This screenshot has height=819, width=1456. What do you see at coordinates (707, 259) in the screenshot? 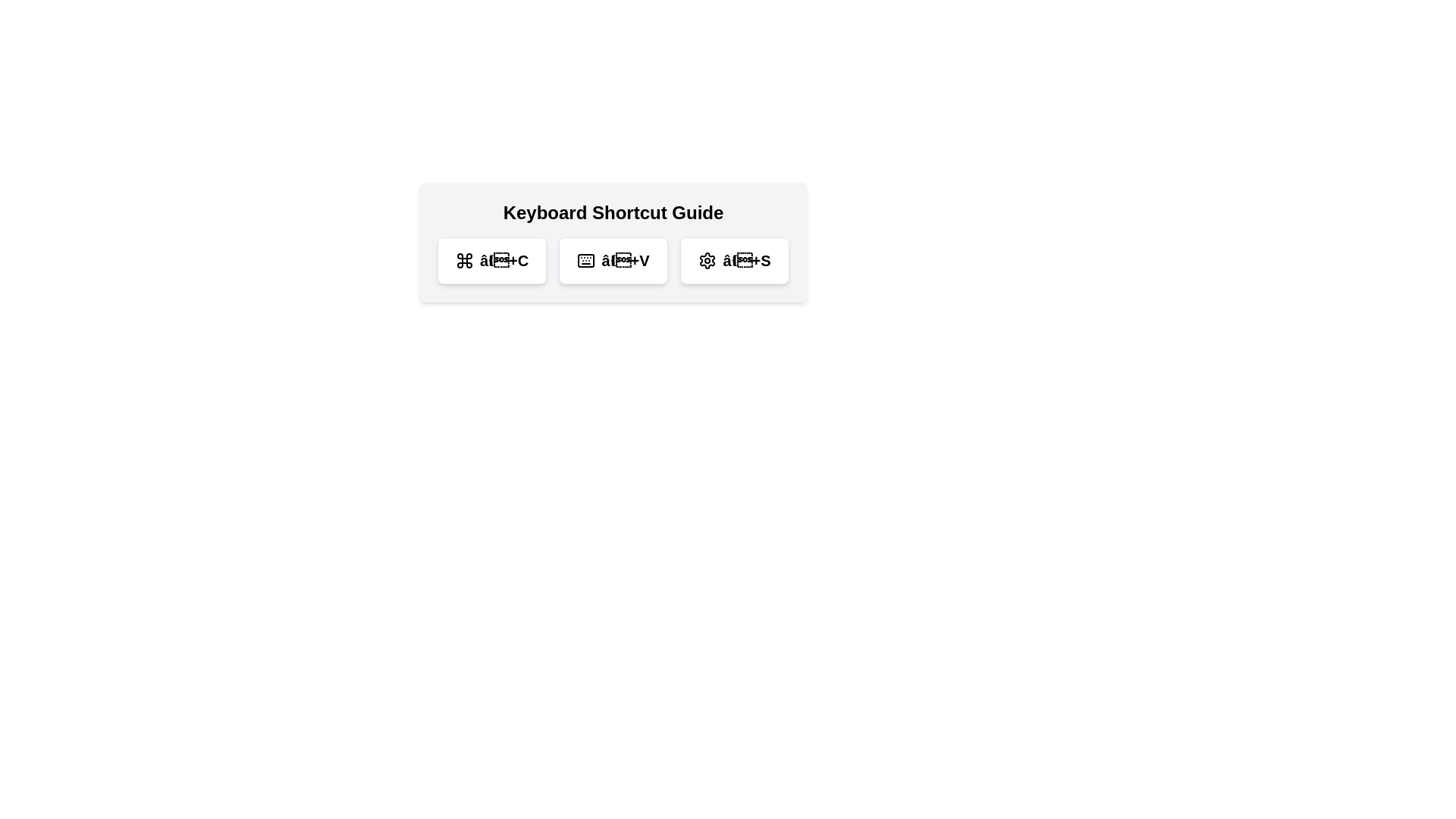
I see `the decorative settings icon` at bounding box center [707, 259].